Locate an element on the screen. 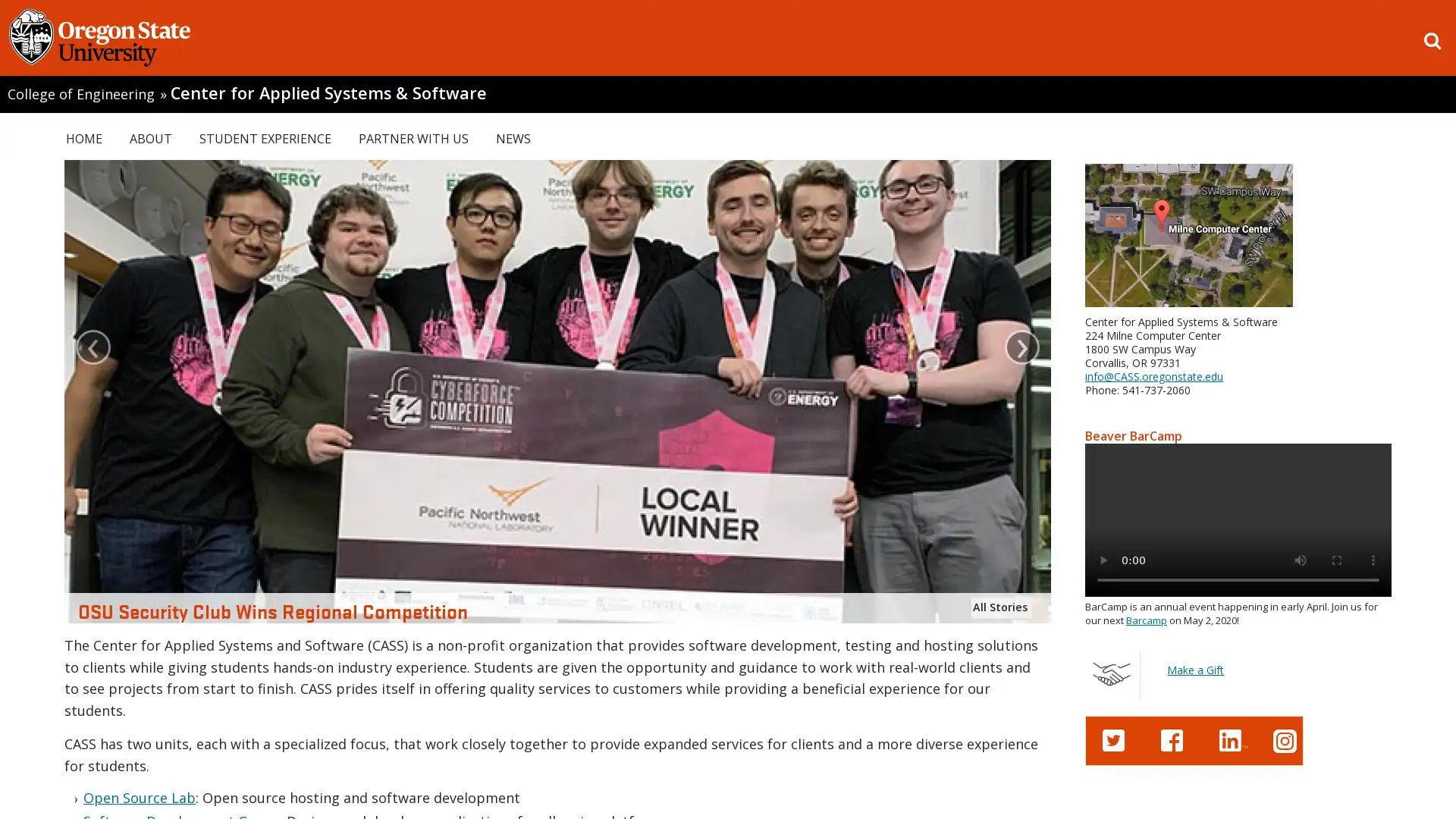 The image size is (1456, 819). play is located at coordinates (1103, 559).